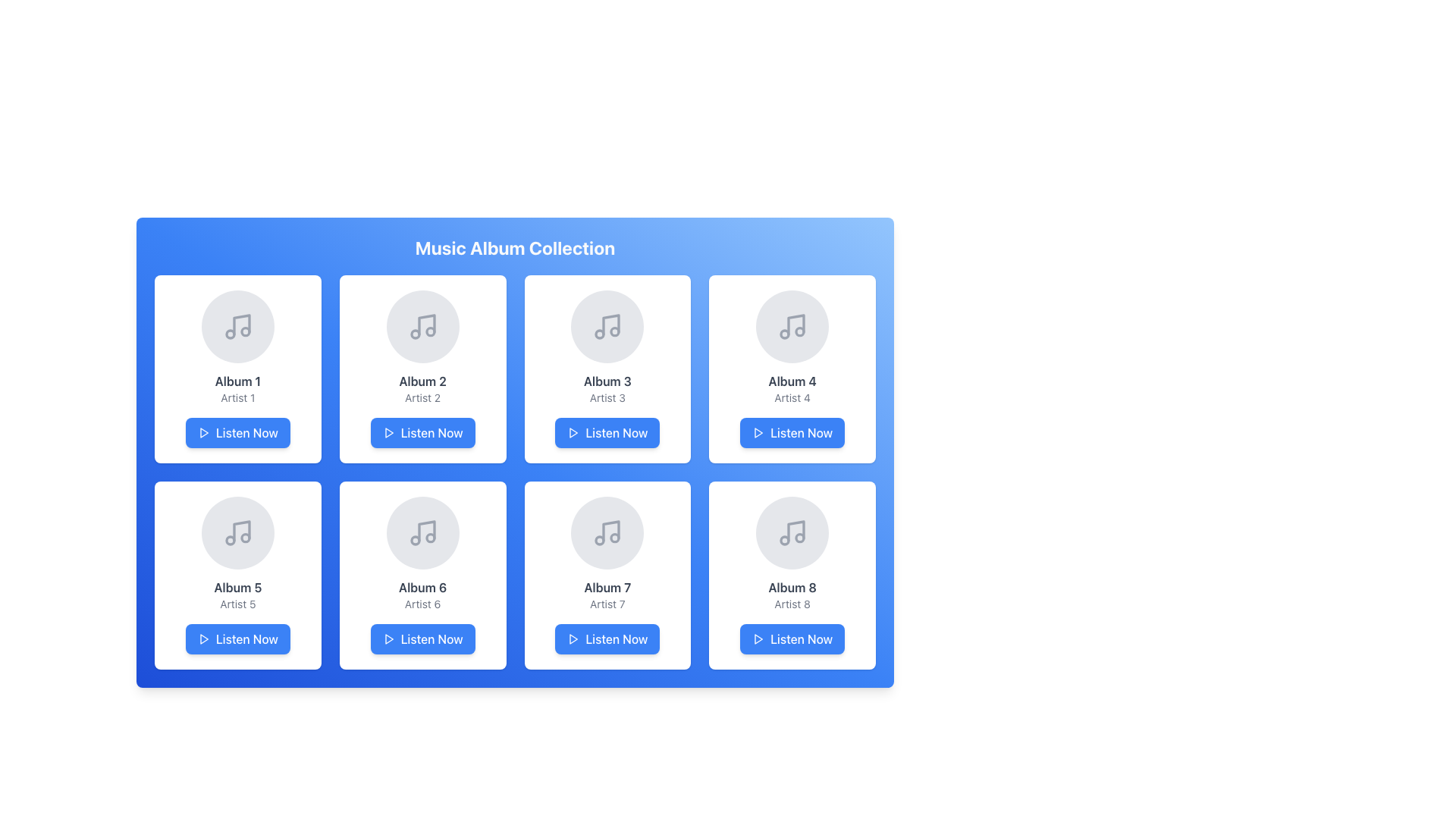 The height and width of the screenshot is (819, 1456). I want to click on the 'Listen Now' button, which has a blue background, white text, and a play icon, so click(237, 432).